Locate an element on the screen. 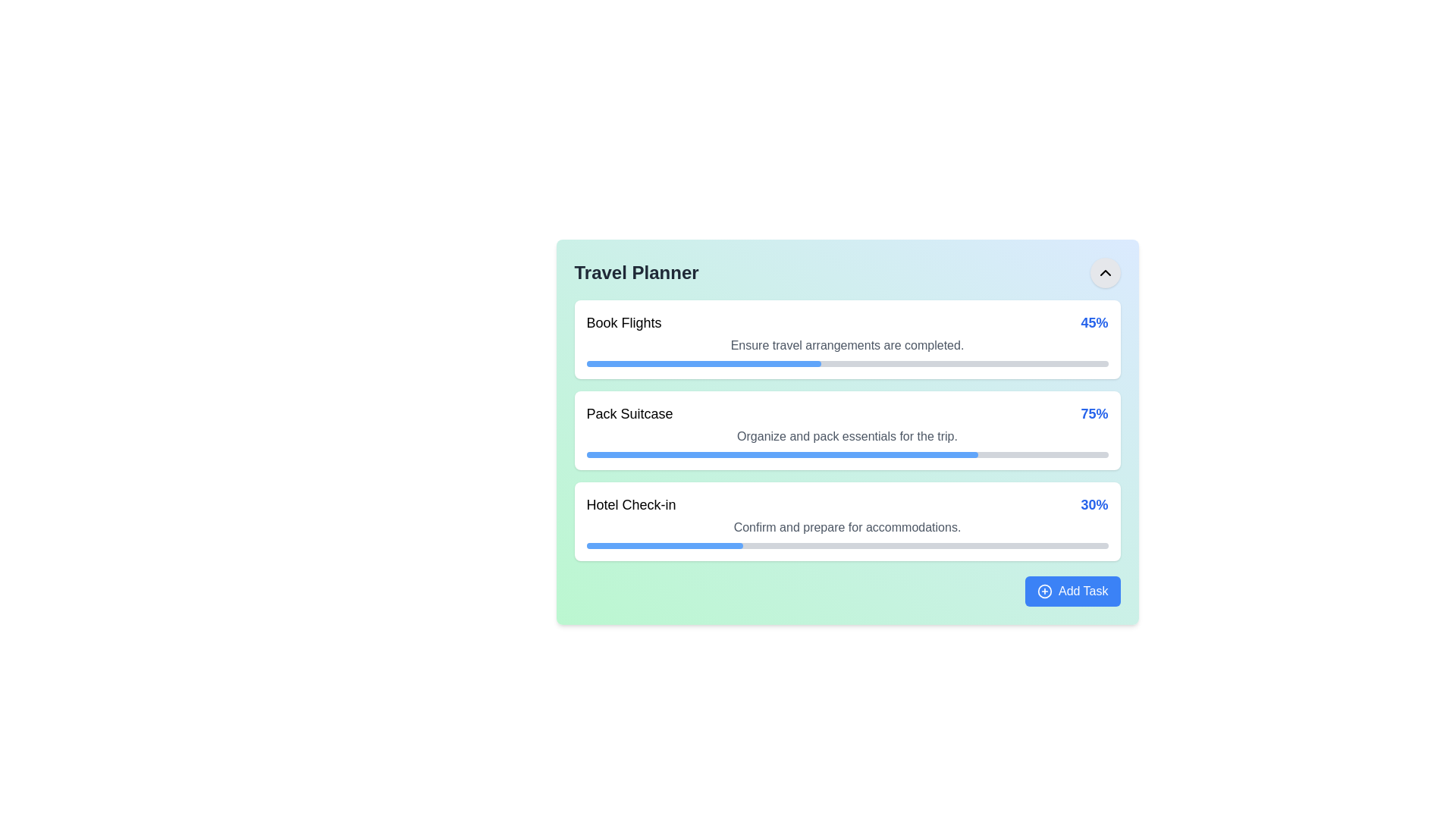  the 'Pack Suitcase' text label located in the second section of the 'Travel Planner' interface for reading is located at coordinates (629, 414).